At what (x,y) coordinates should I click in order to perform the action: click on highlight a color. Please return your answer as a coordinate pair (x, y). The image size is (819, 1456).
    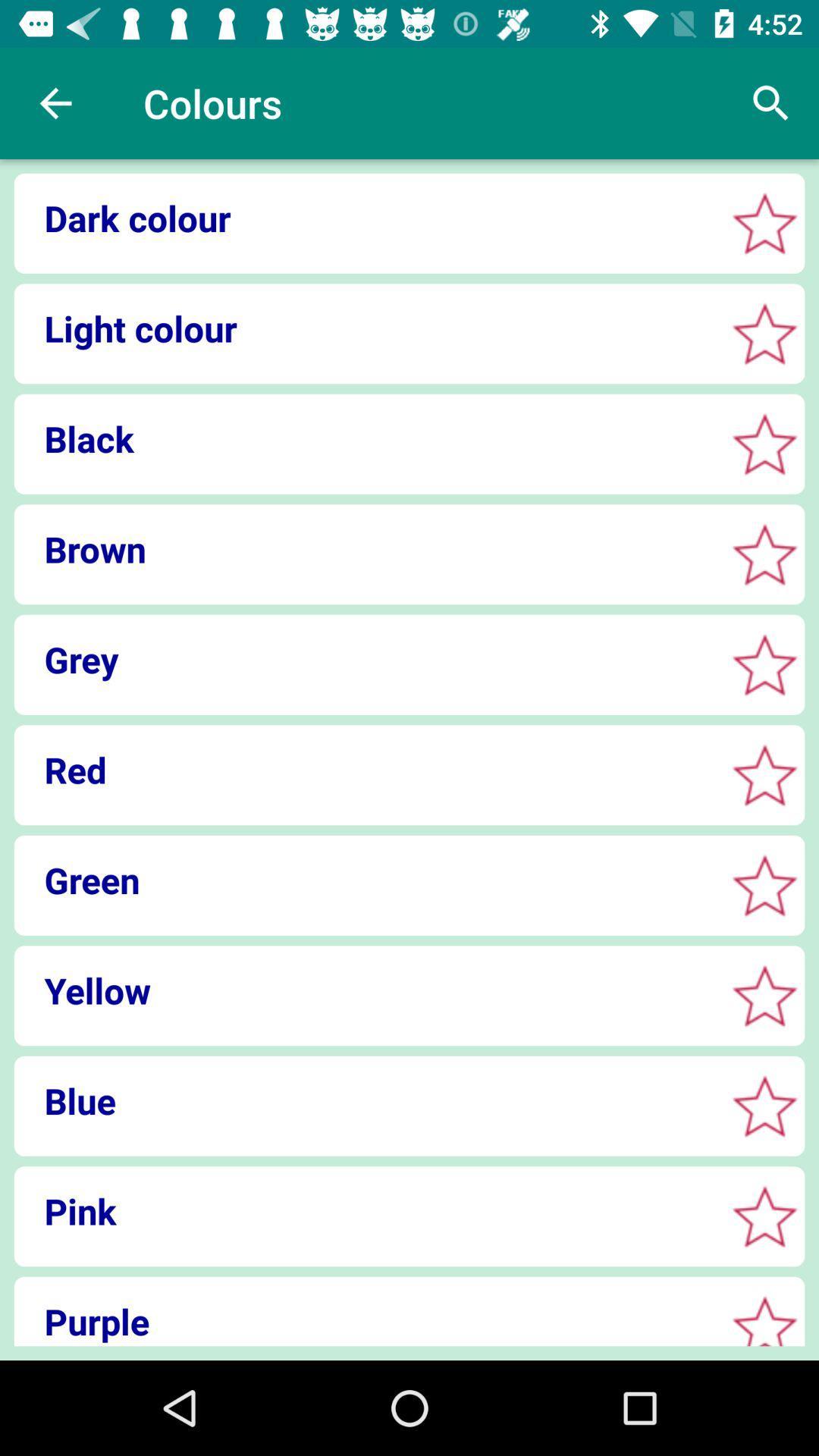
    Looking at the image, I should click on (764, 333).